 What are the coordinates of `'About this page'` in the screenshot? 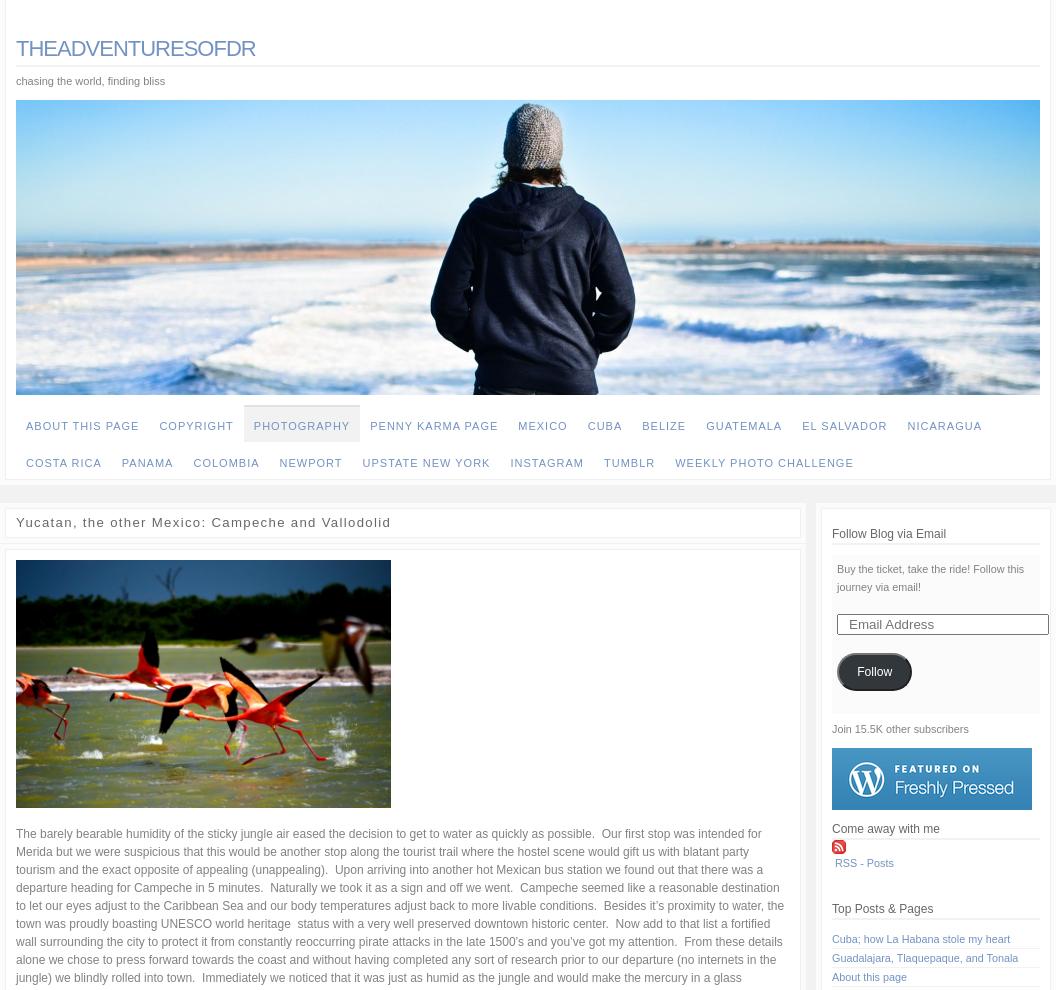 It's located at (868, 977).